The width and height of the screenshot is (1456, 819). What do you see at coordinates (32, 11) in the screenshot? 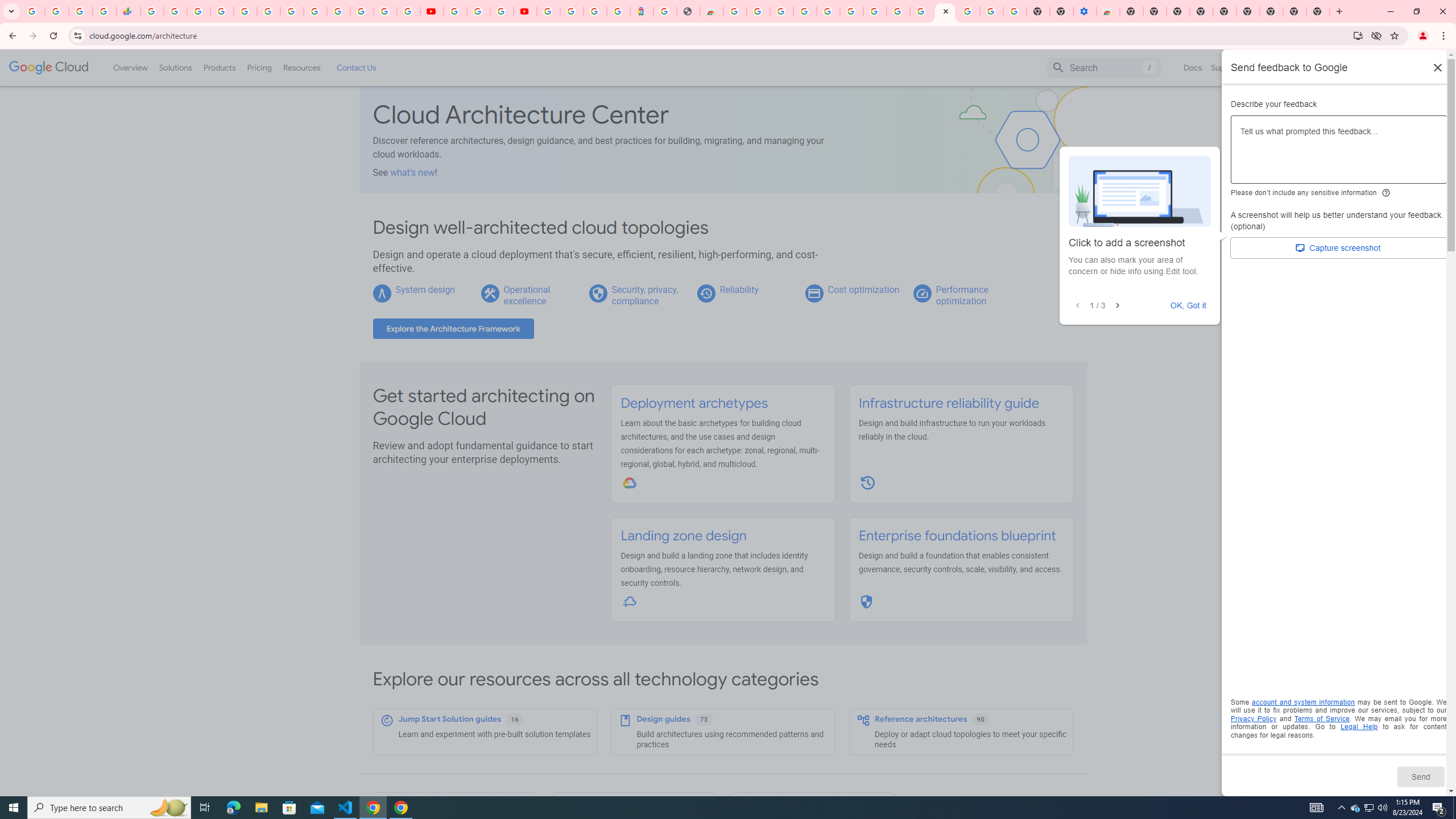
I see `'Google Workspace Admin Community'` at bounding box center [32, 11].